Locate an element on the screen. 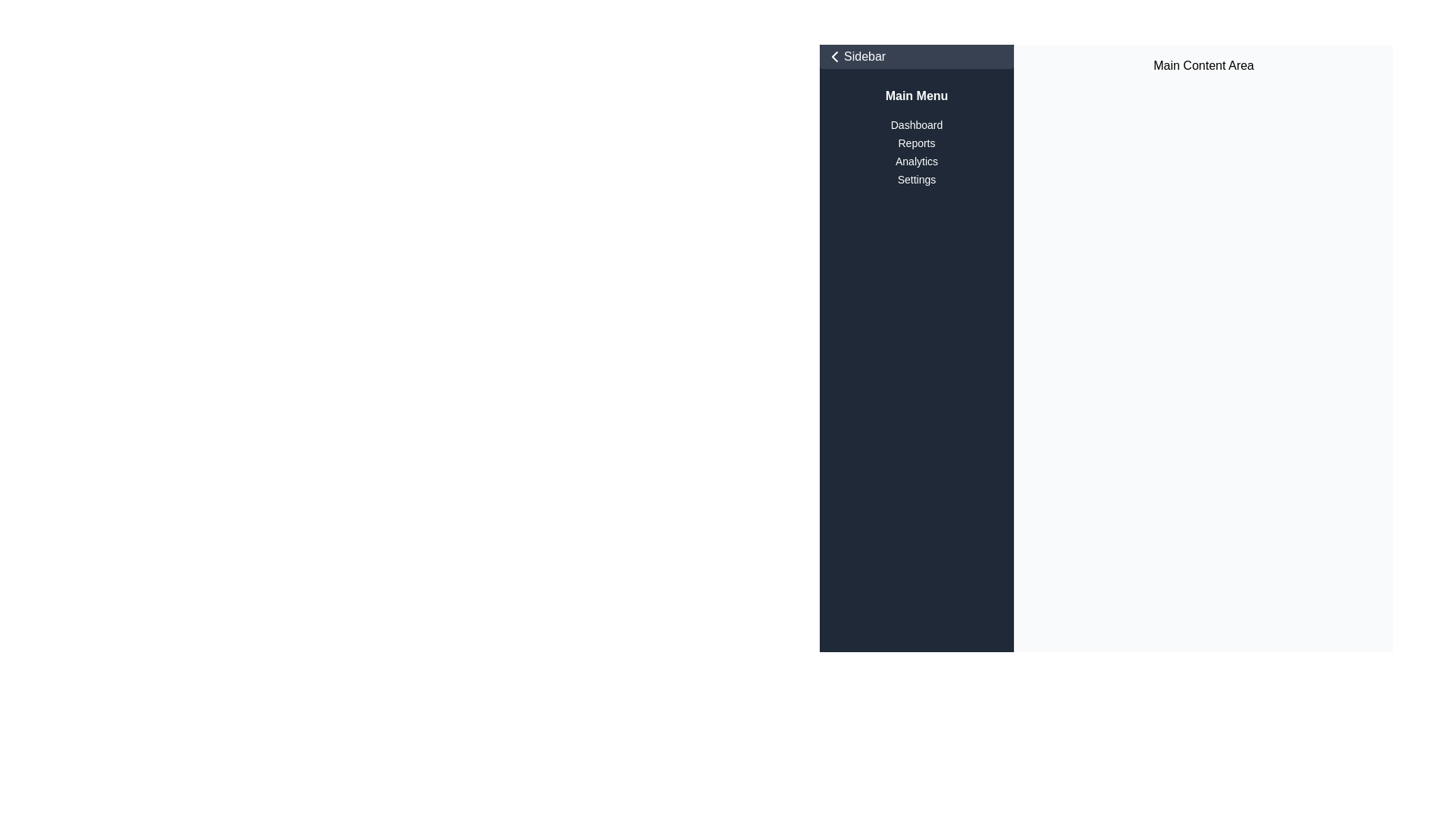  the 'Reports' text label in the vertical navigation menu located in the left sidebar is located at coordinates (916, 152).